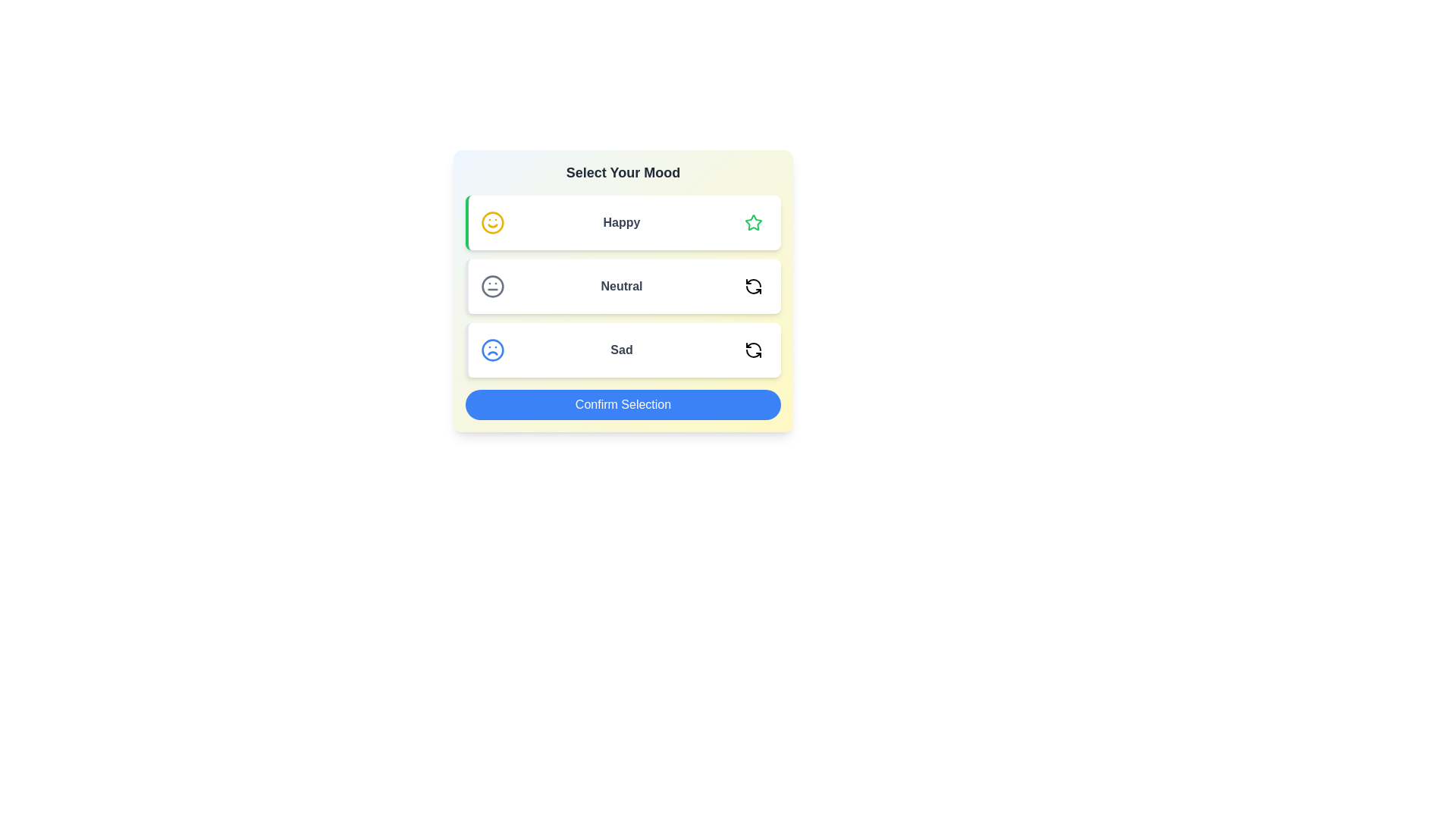  What do you see at coordinates (753, 222) in the screenshot?
I see `the emoji corresponding to Happy` at bounding box center [753, 222].